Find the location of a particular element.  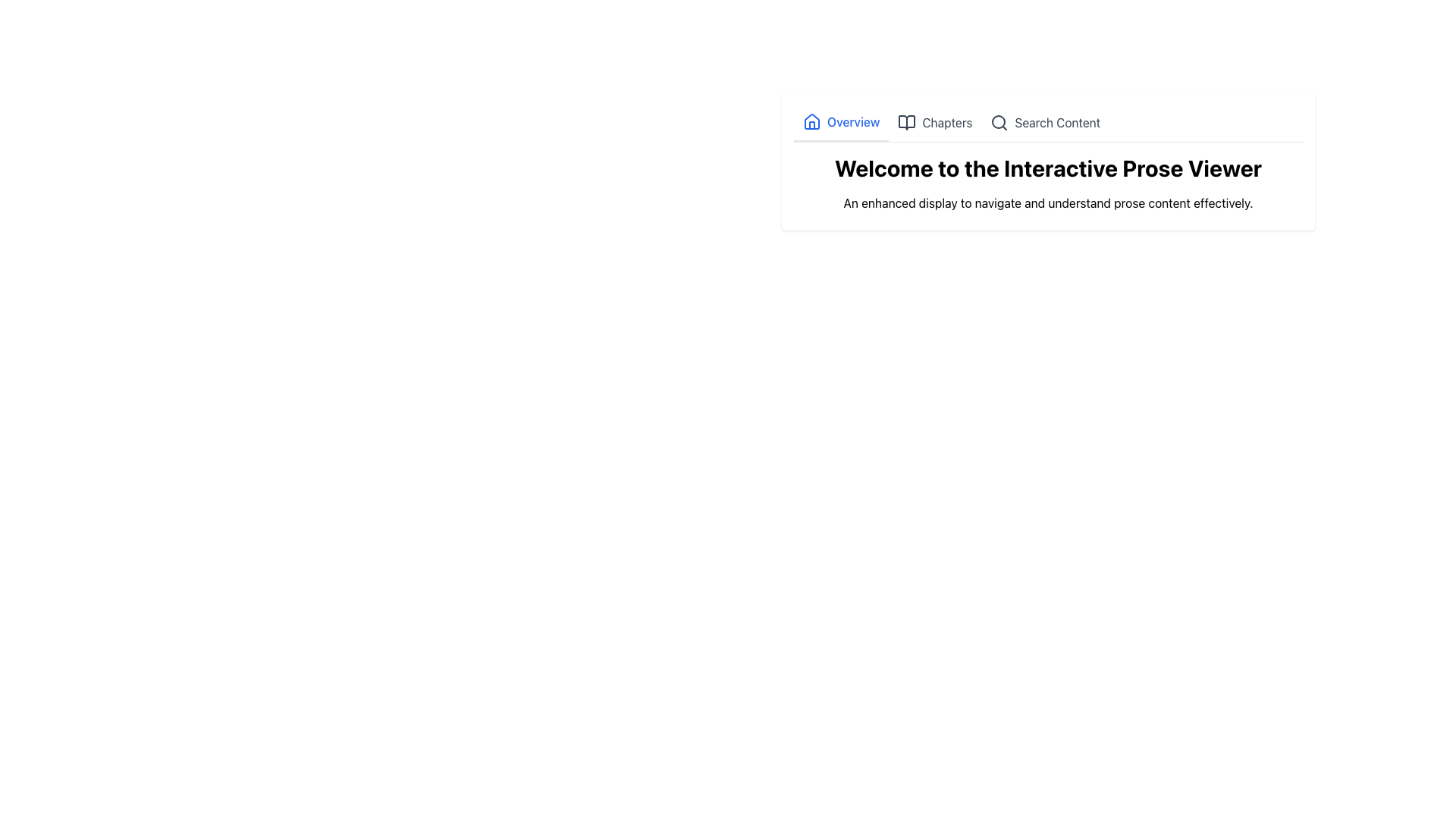

the text display that says 'An enhanced display to navigate and understand prose content effectively.' which is located below the heading 'Welcome to the Interactive Prose Viewer' is located at coordinates (1047, 202).